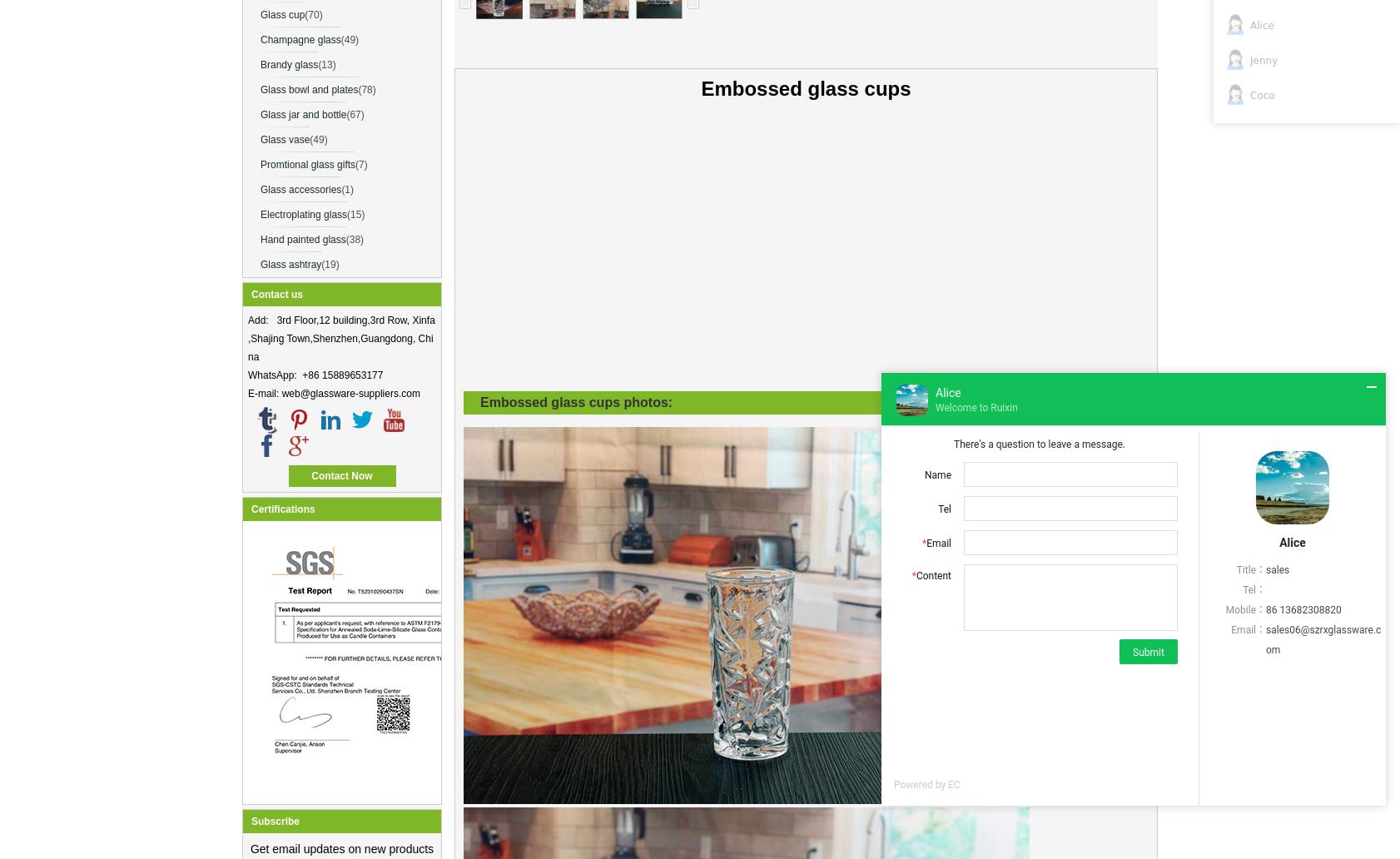 The image size is (1400, 859). I want to click on 'Certifications', so click(281, 509).